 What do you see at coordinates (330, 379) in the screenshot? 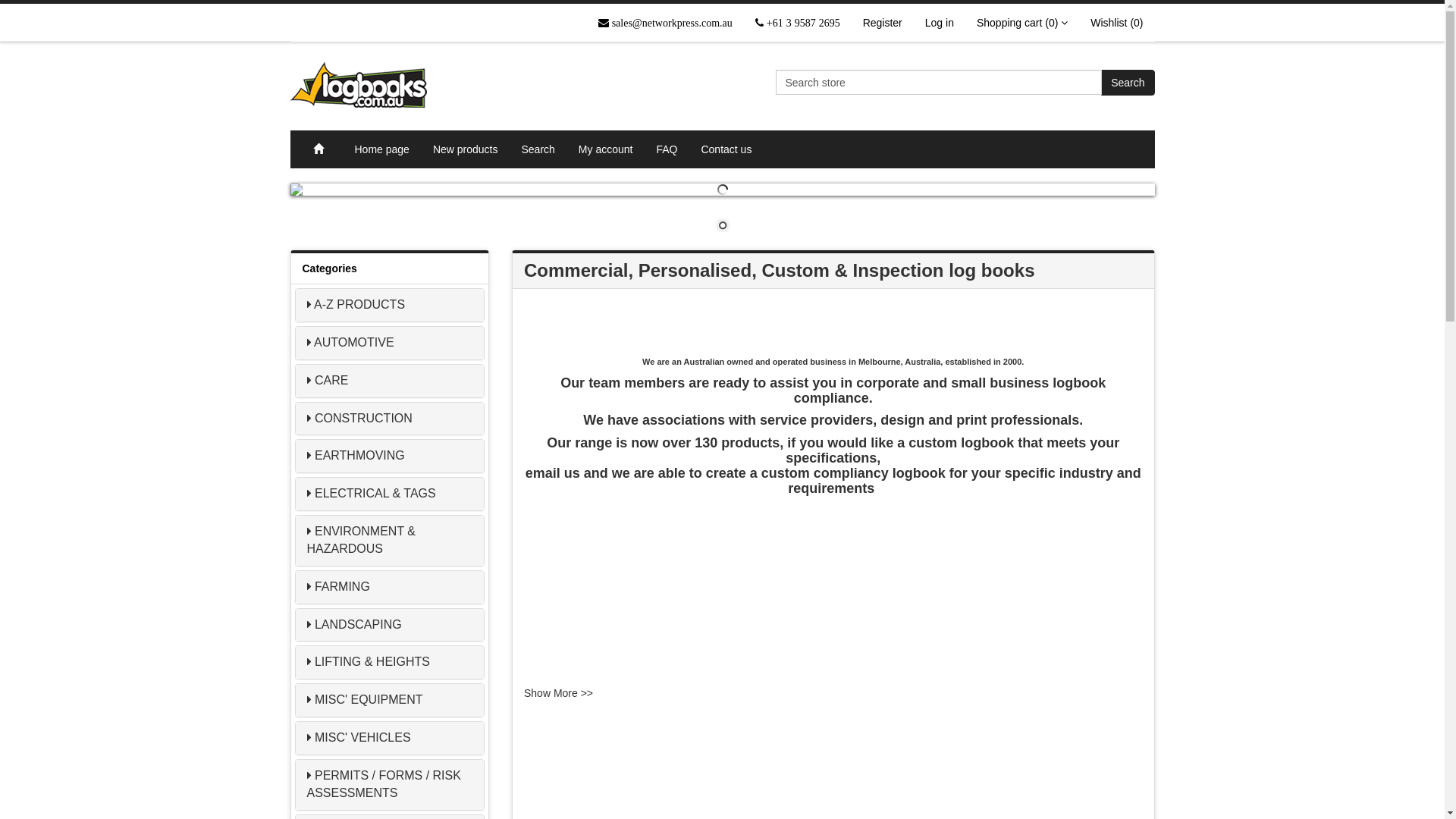
I see `'CARE'` at bounding box center [330, 379].